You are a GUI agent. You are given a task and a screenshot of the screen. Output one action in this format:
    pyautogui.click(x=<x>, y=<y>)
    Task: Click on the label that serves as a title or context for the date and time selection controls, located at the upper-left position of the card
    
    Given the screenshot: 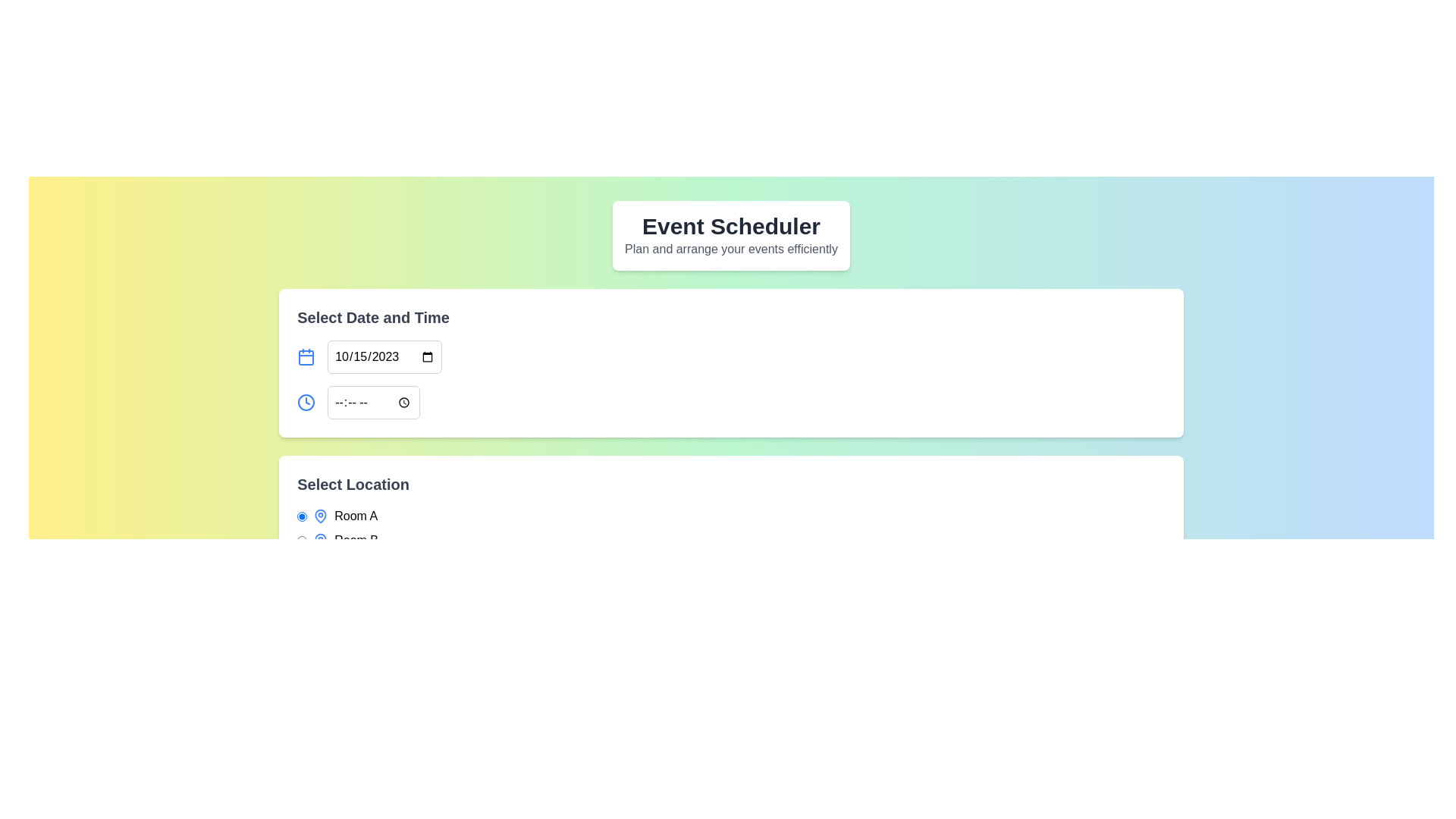 What is the action you would take?
    pyautogui.click(x=373, y=317)
    